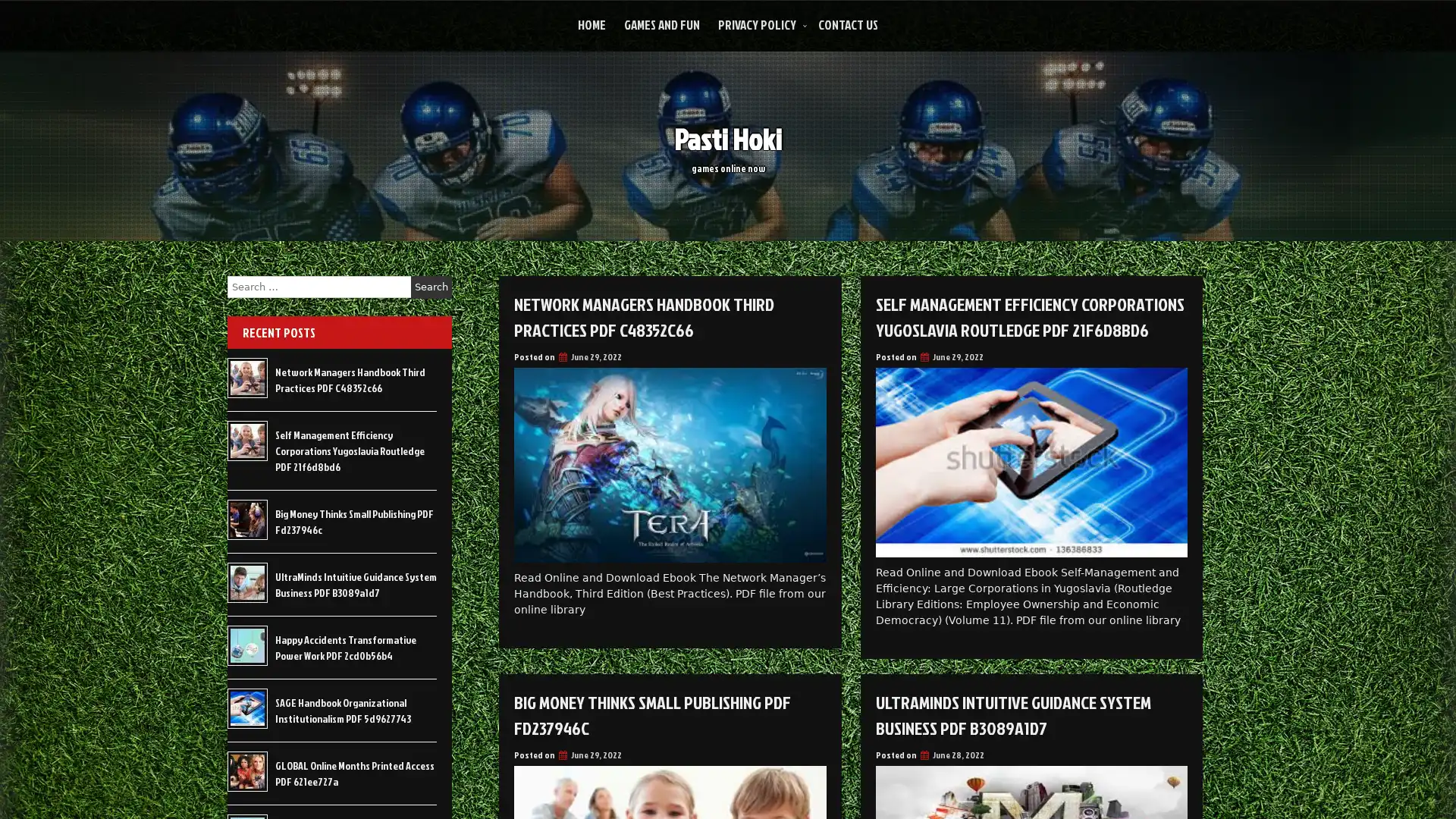 The height and width of the screenshot is (819, 1456). I want to click on Search, so click(431, 287).